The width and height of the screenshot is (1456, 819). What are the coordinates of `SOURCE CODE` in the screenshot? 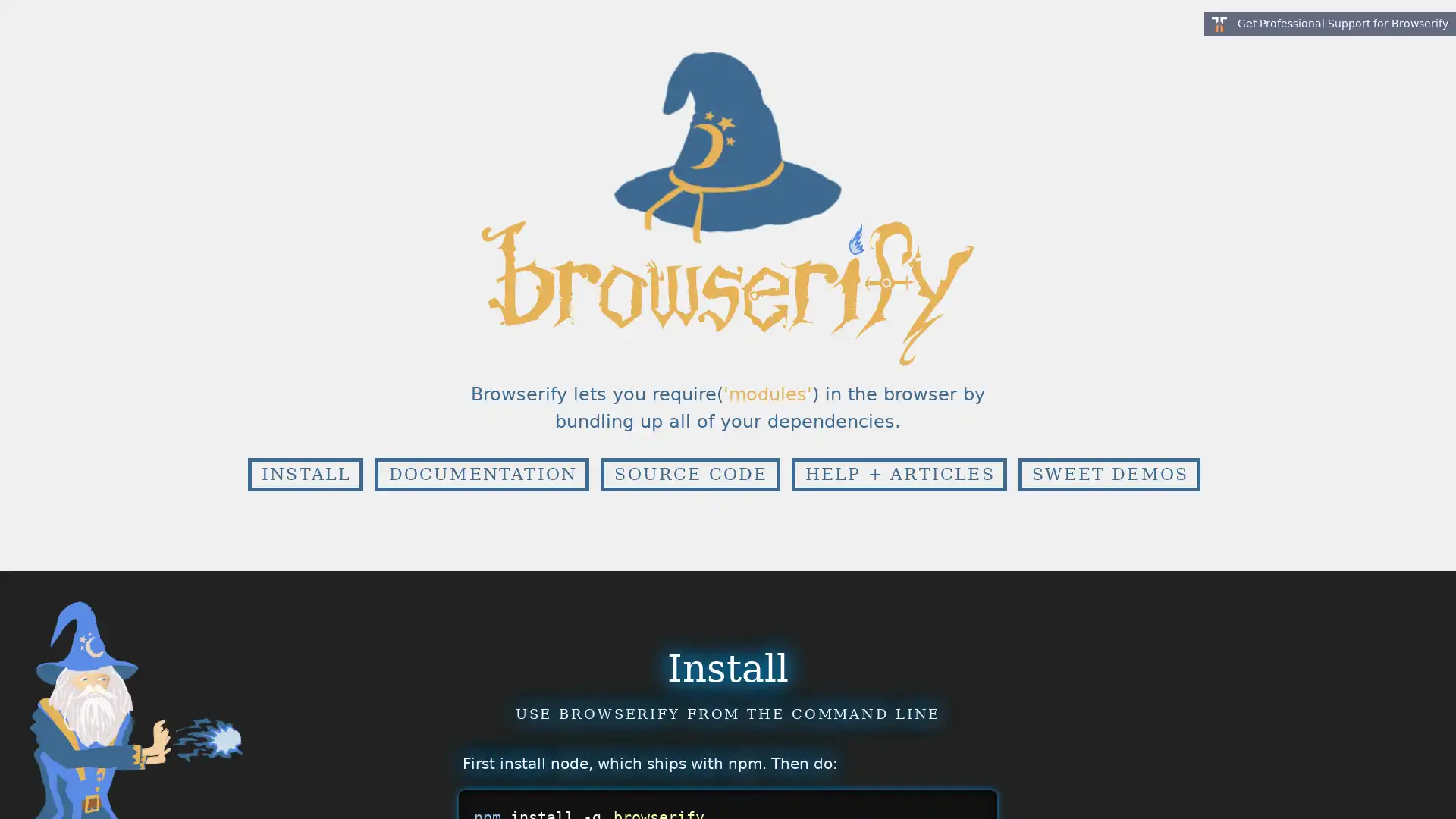 It's located at (689, 473).